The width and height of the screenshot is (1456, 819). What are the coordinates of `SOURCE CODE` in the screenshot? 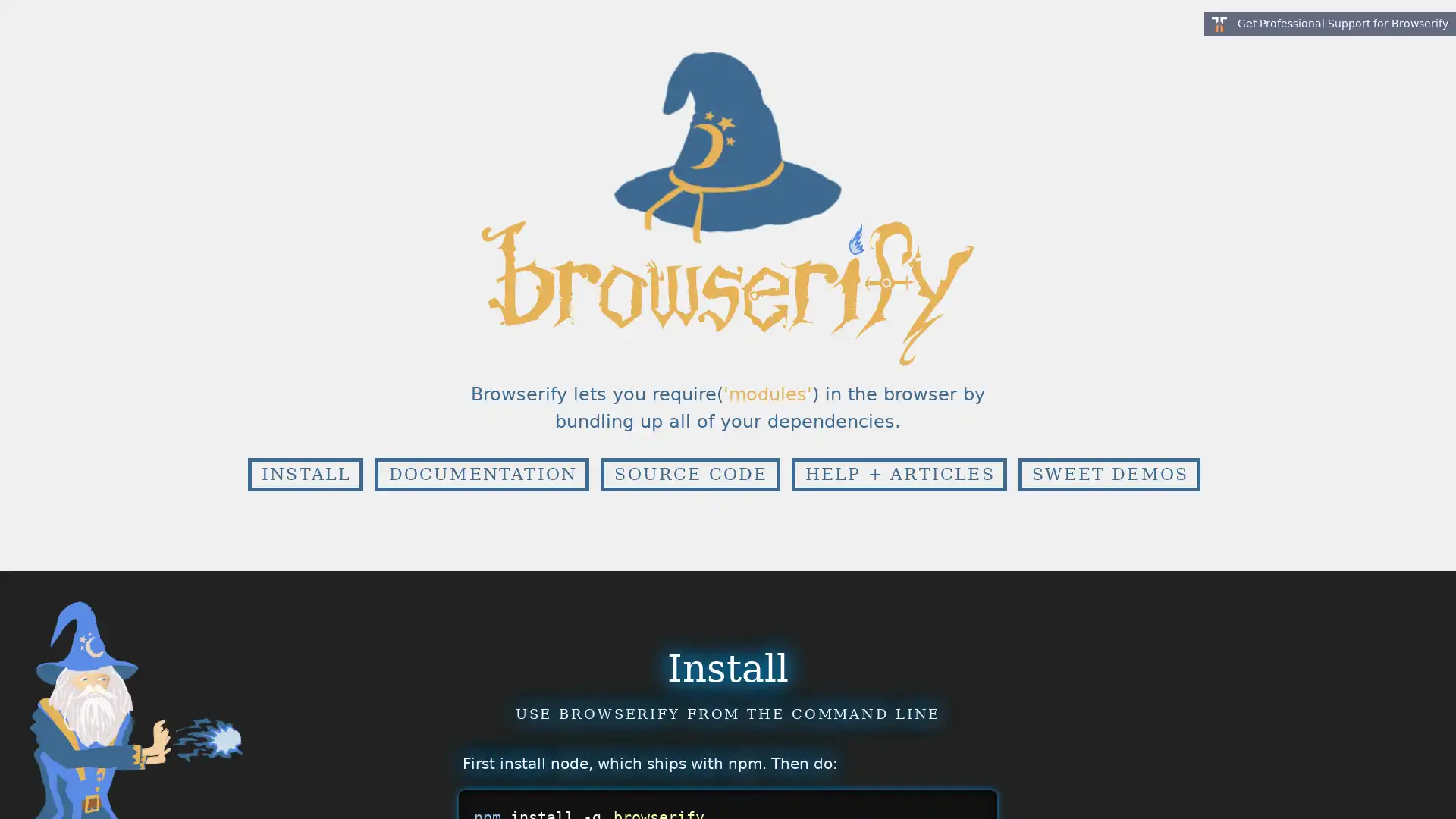 It's located at (689, 473).